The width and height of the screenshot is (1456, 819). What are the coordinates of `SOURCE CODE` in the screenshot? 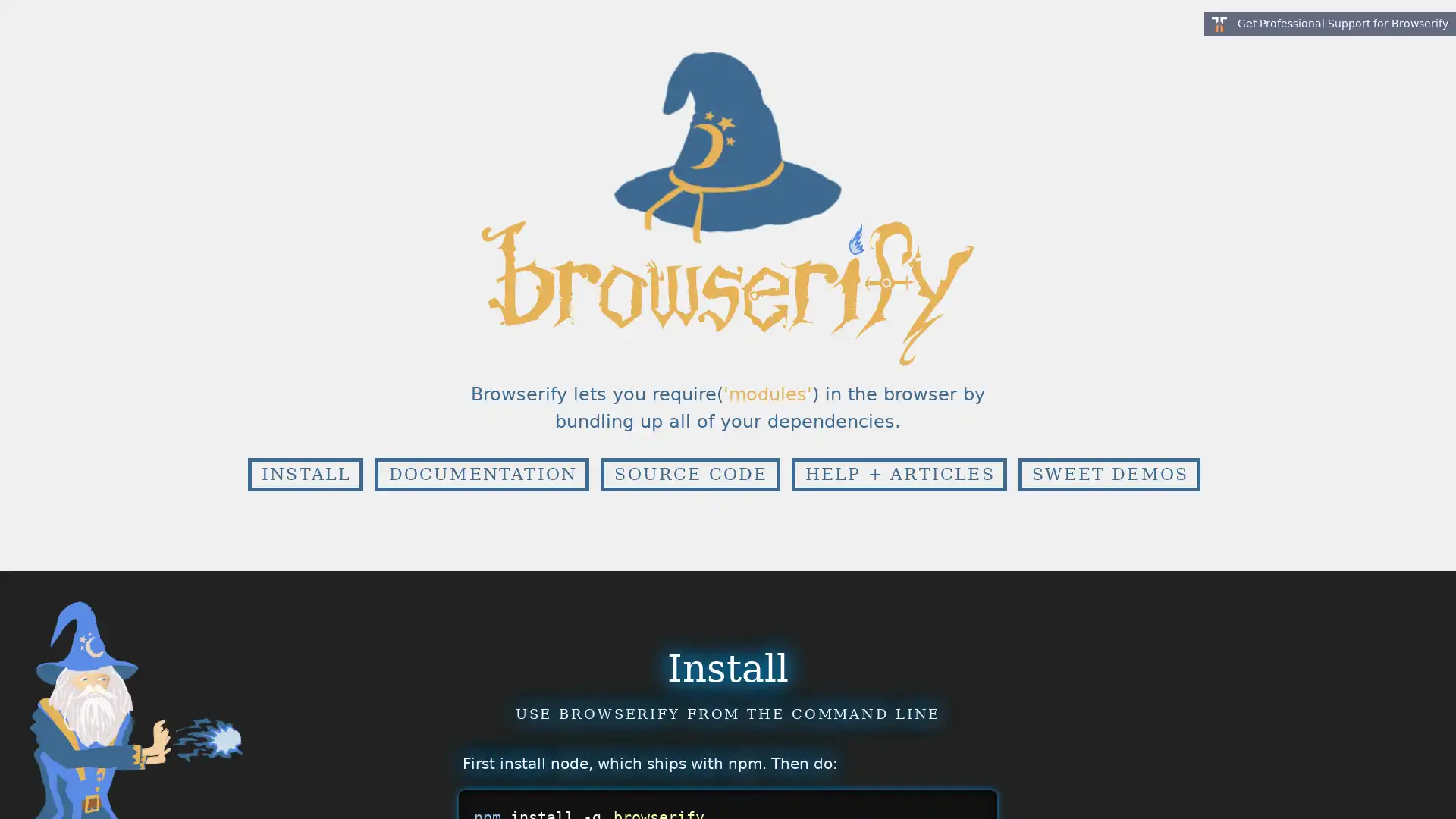 It's located at (689, 473).